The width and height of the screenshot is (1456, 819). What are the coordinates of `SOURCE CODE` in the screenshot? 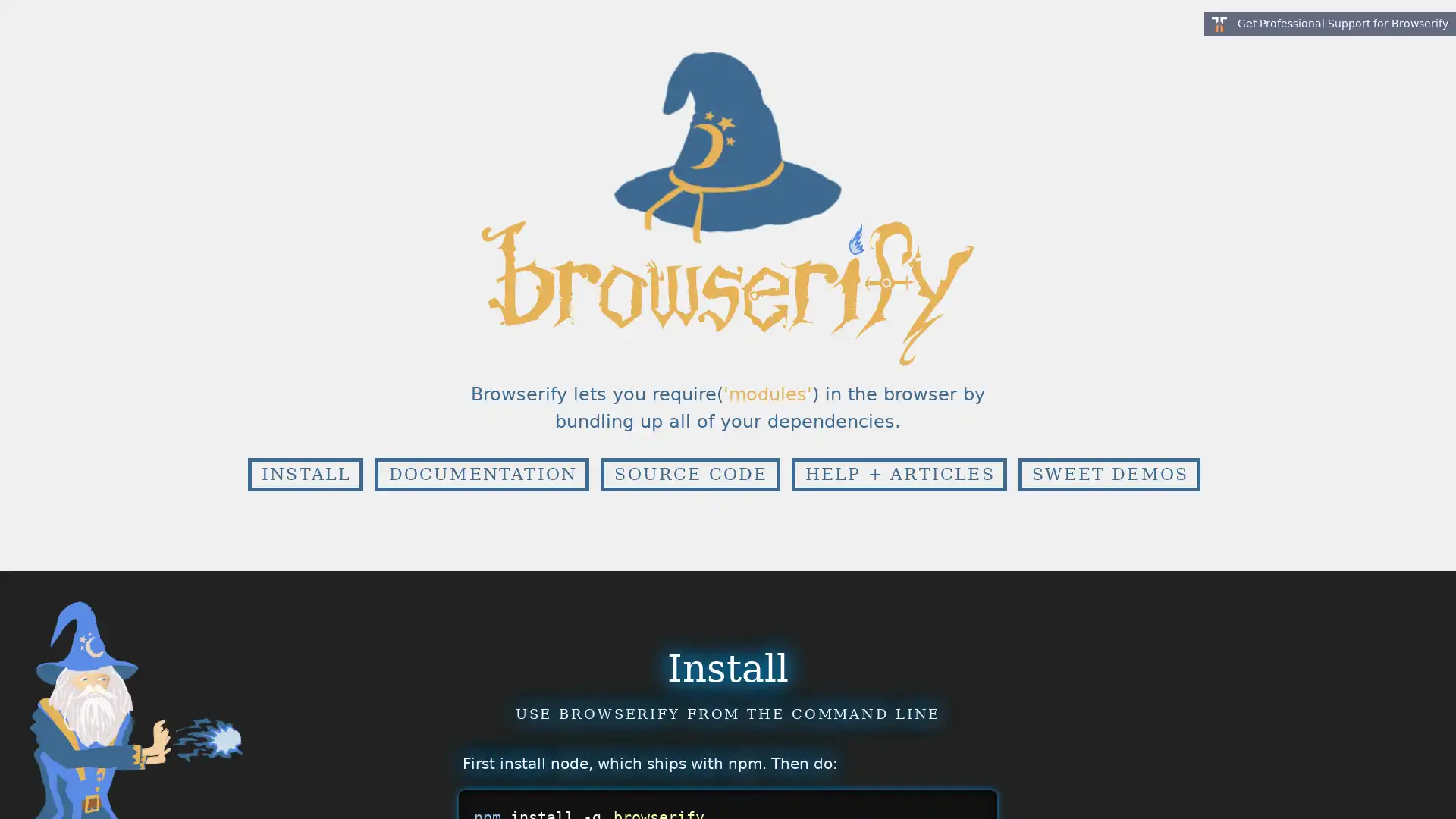 It's located at (689, 473).